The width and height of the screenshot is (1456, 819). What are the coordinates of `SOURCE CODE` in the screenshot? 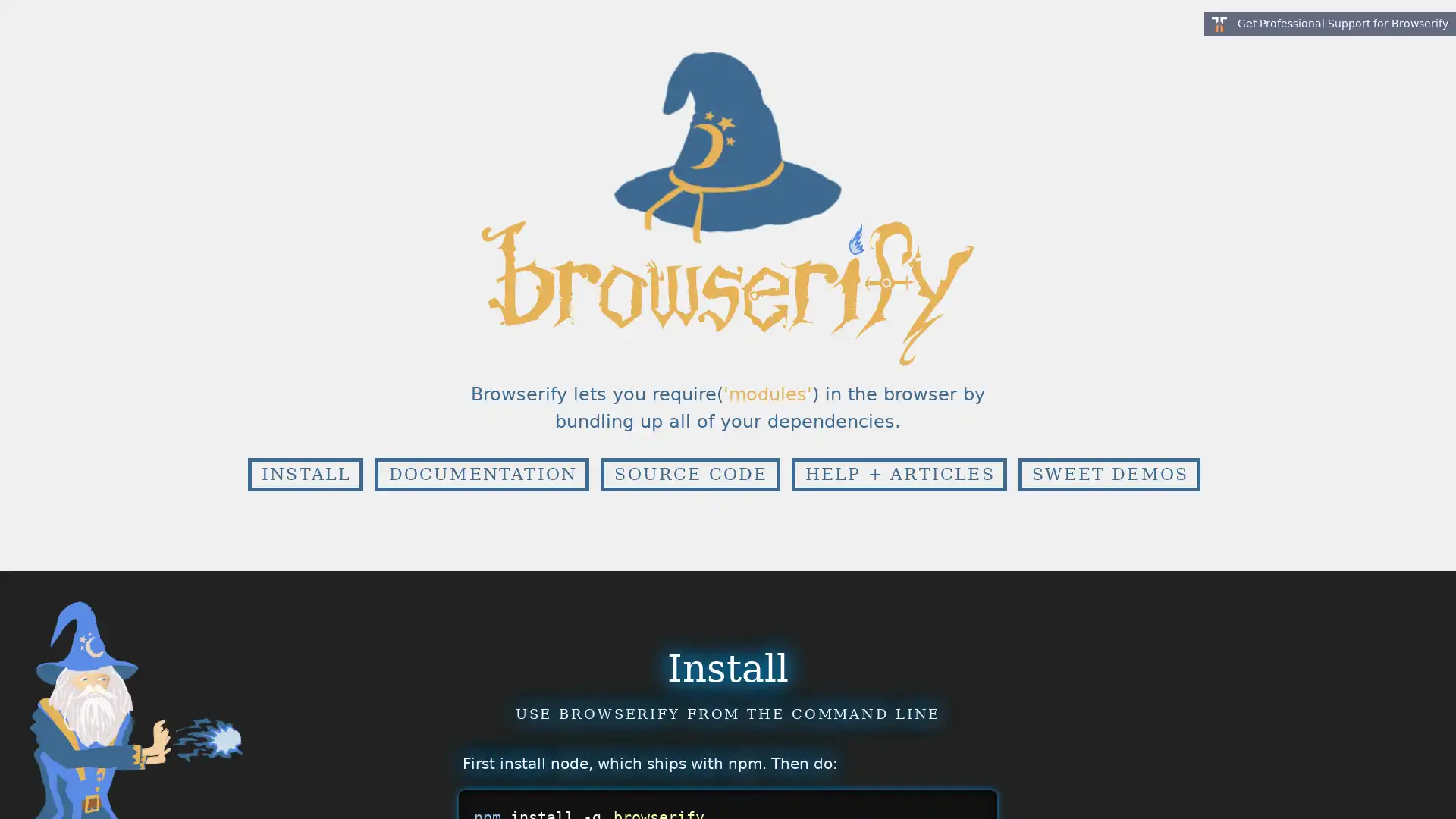 It's located at (689, 473).